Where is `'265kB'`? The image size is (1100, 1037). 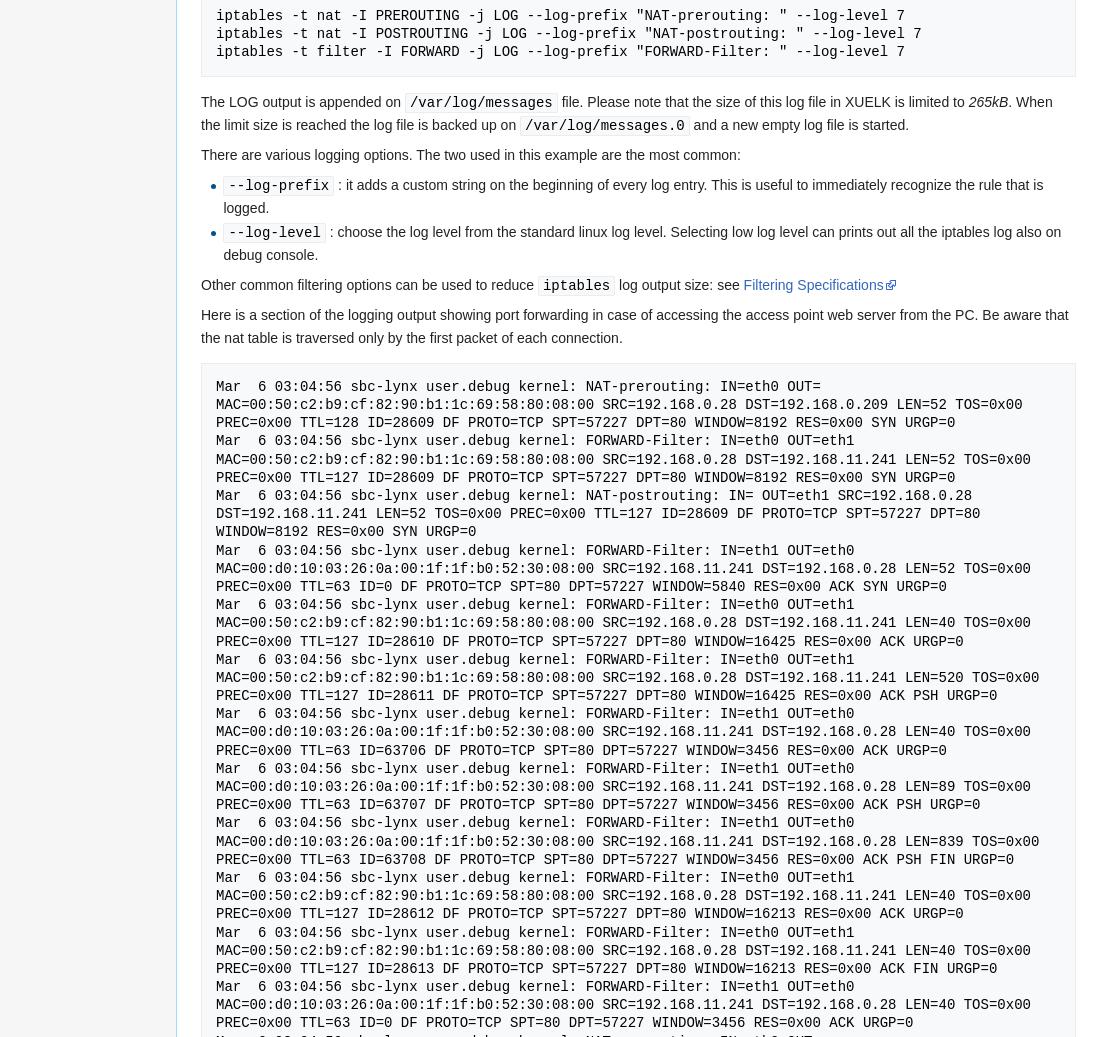
'265kB' is located at coordinates (987, 100).